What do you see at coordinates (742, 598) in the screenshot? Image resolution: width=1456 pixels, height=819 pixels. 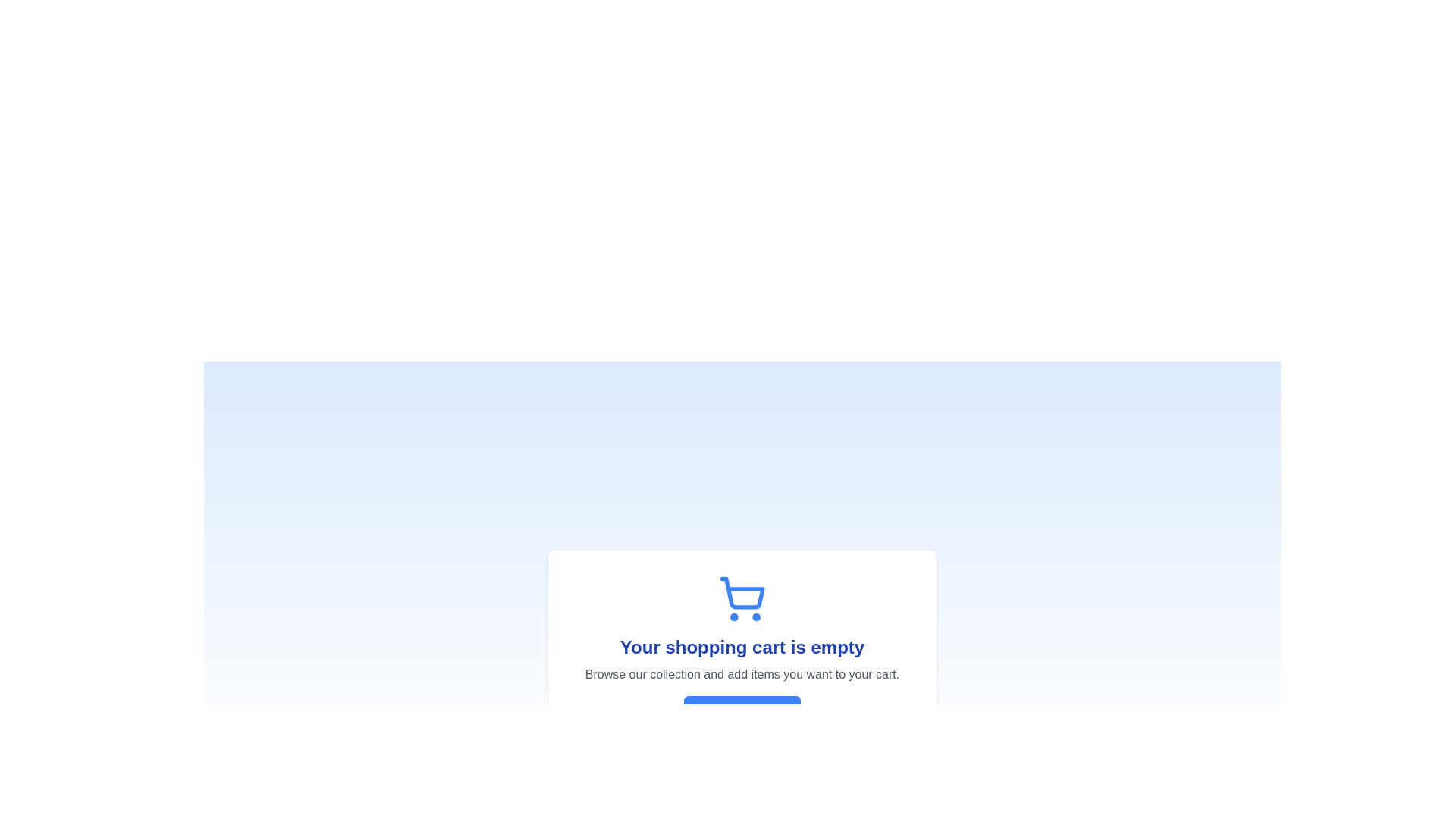 I see `the blue shopping cart icon, which is centrally placed within a white card and directly above the text 'Your shopping cart is empty'` at bounding box center [742, 598].